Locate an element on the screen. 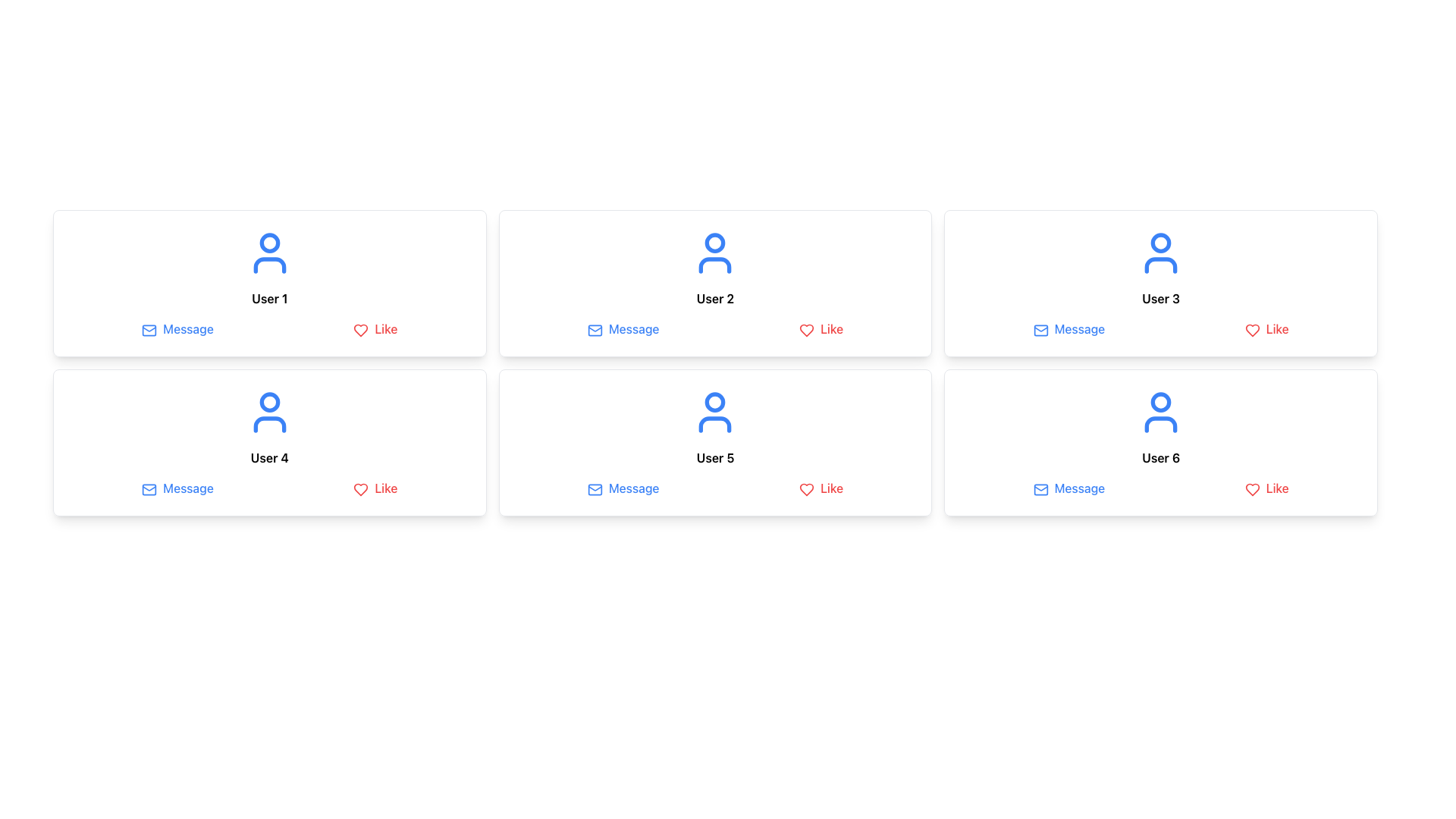 The height and width of the screenshot is (819, 1456). the red 'Like' button with a heart-shaped icon in the user card for 'User 3' is located at coordinates (1266, 328).